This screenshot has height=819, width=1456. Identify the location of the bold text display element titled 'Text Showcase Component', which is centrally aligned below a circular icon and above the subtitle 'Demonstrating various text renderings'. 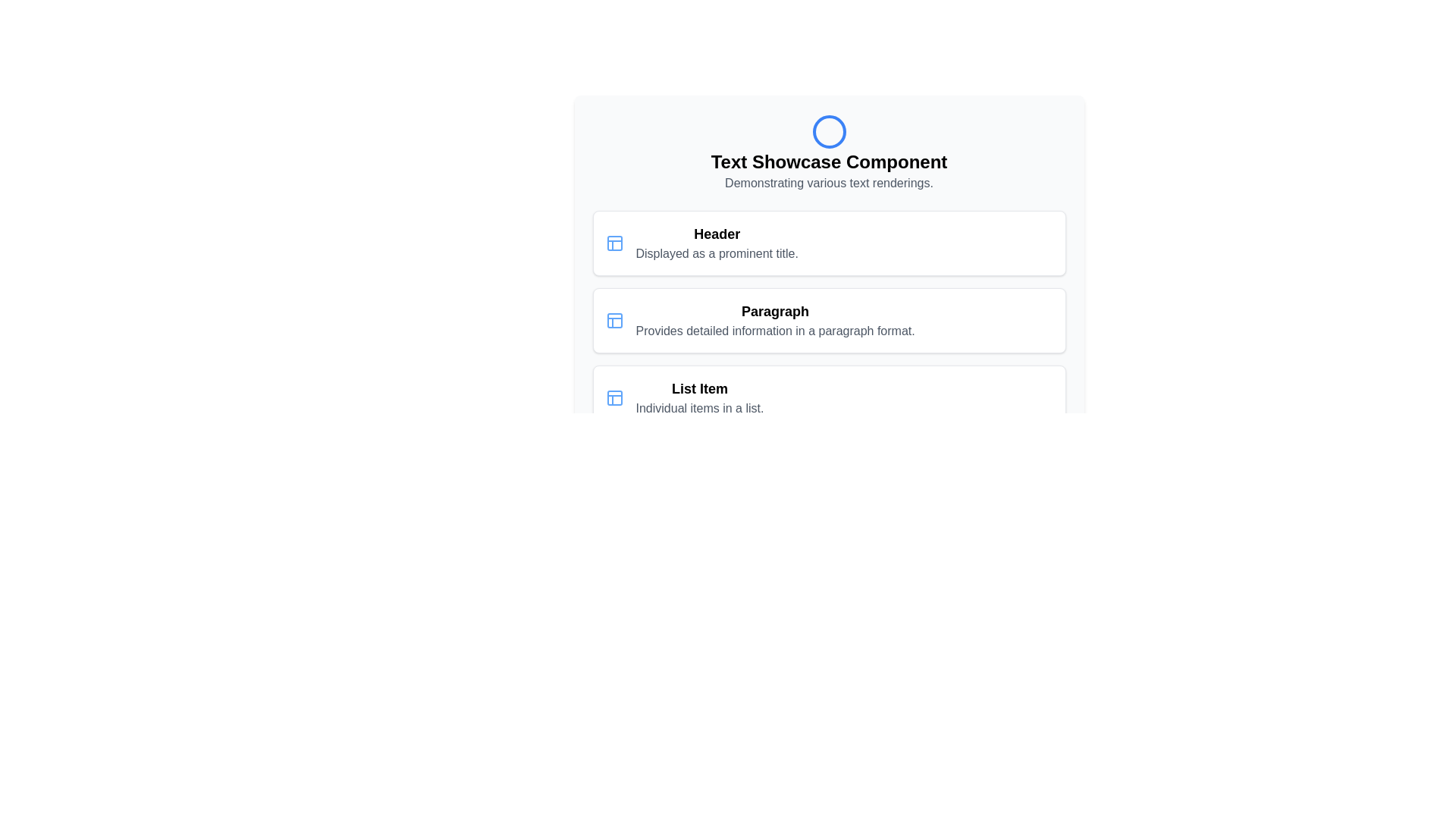
(828, 162).